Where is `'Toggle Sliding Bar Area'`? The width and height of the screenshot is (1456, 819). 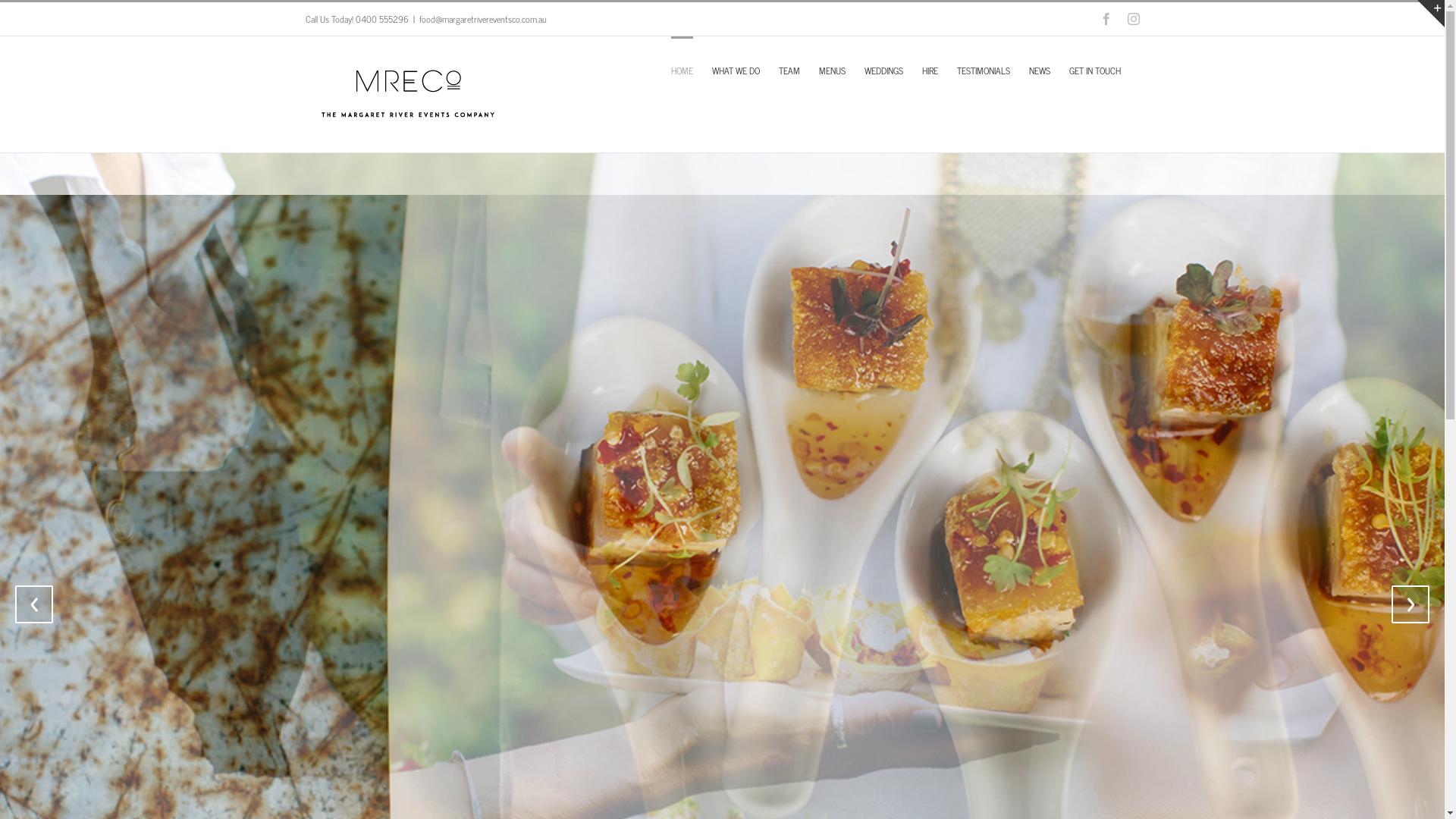 'Toggle Sliding Bar Area' is located at coordinates (1429, 14).